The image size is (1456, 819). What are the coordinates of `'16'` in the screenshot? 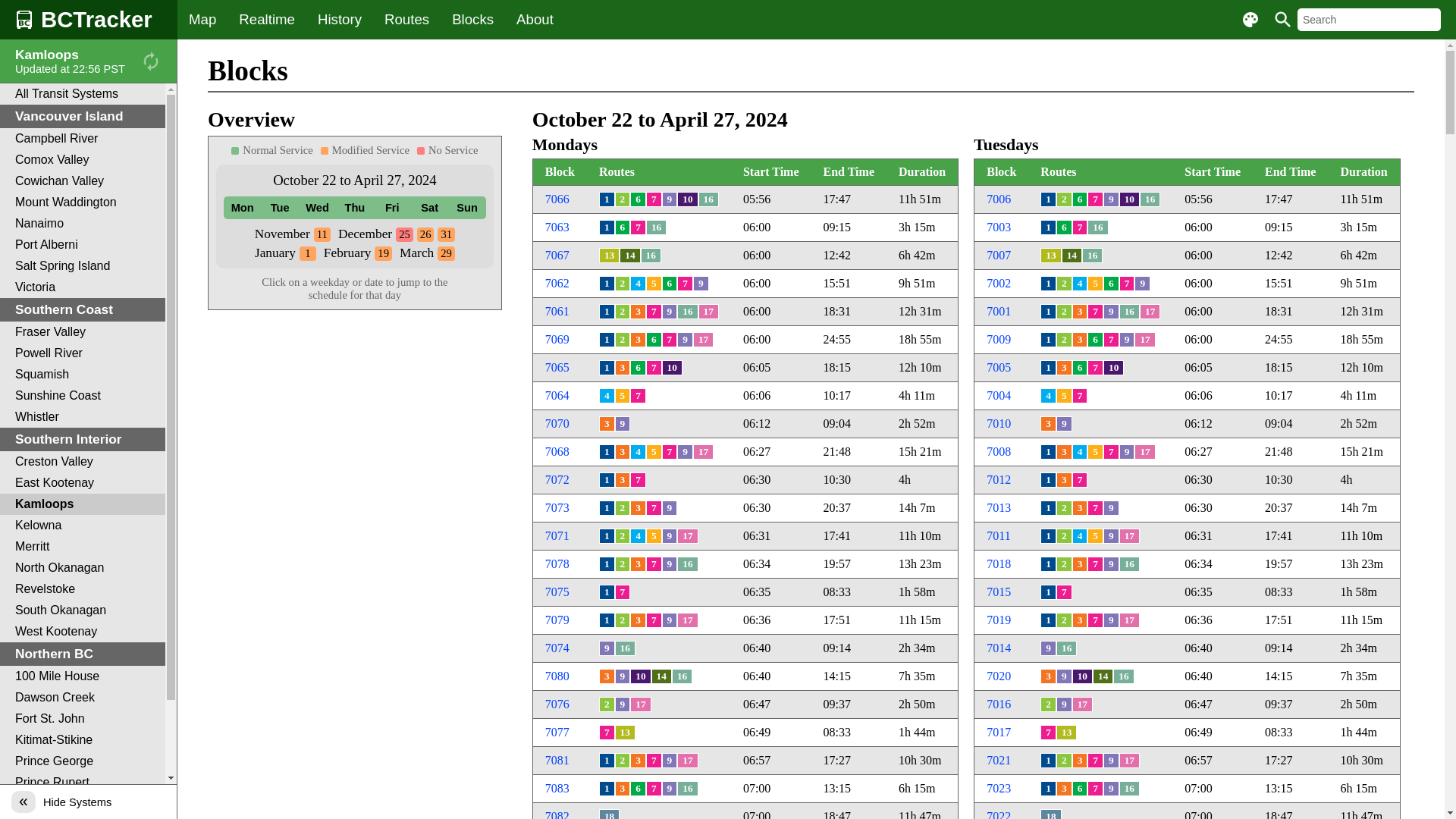 It's located at (656, 227).